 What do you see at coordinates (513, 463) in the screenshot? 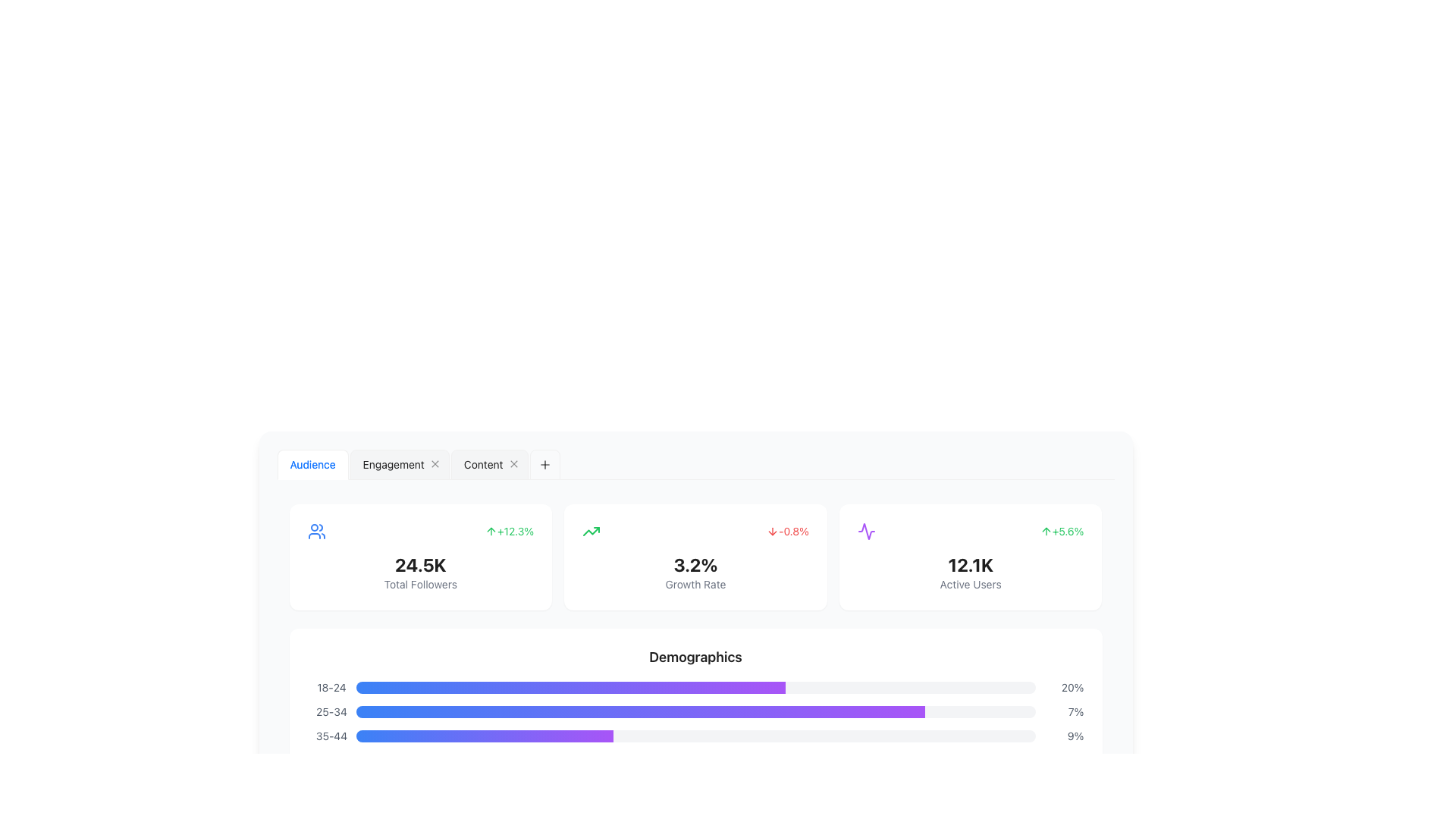
I see `the close icon button located immediately to the right of the 'Content' text in the tabbed interface` at bounding box center [513, 463].